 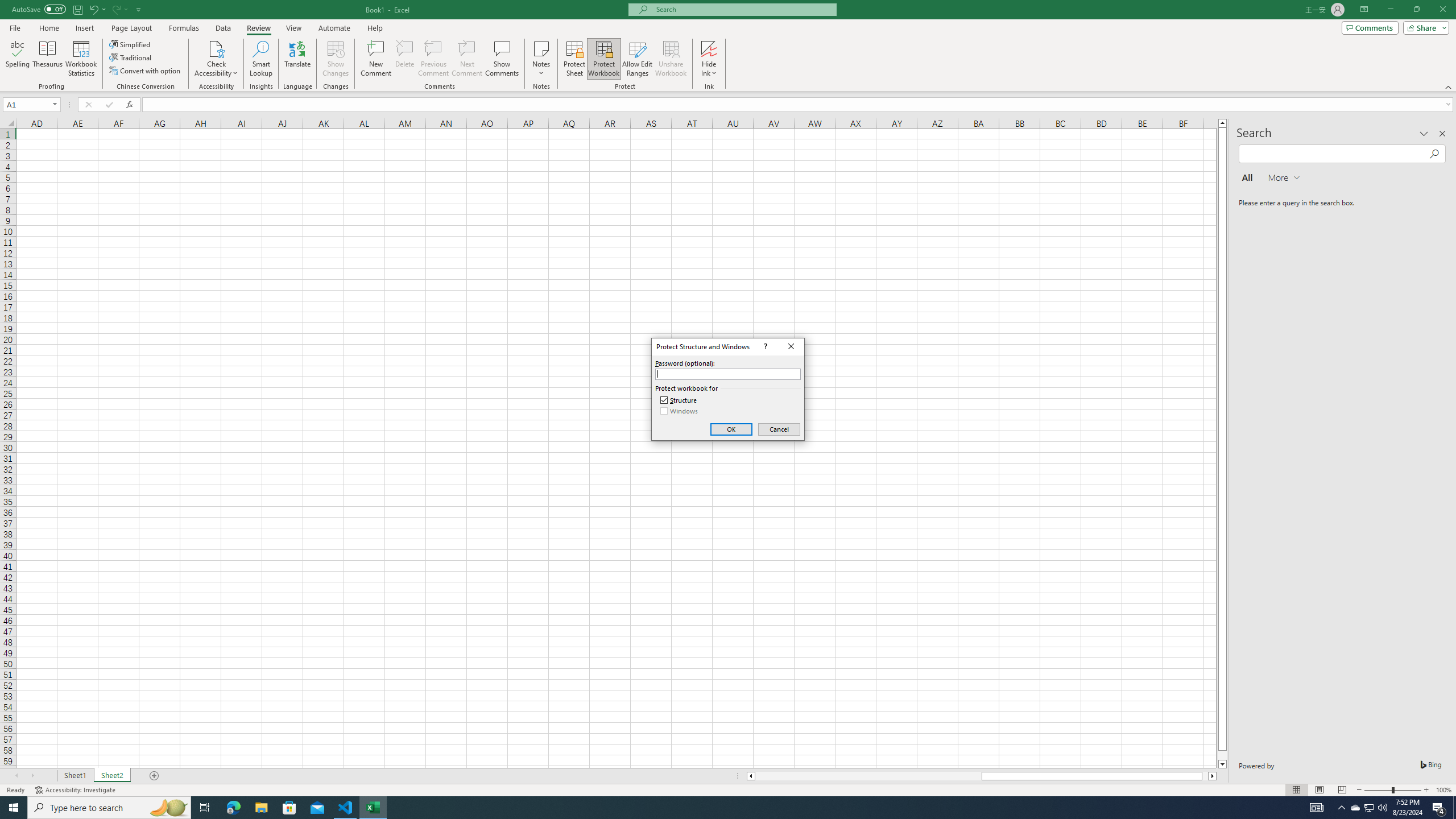 What do you see at coordinates (146, 69) in the screenshot?
I see `'Convert with option'` at bounding box center [146, 69].